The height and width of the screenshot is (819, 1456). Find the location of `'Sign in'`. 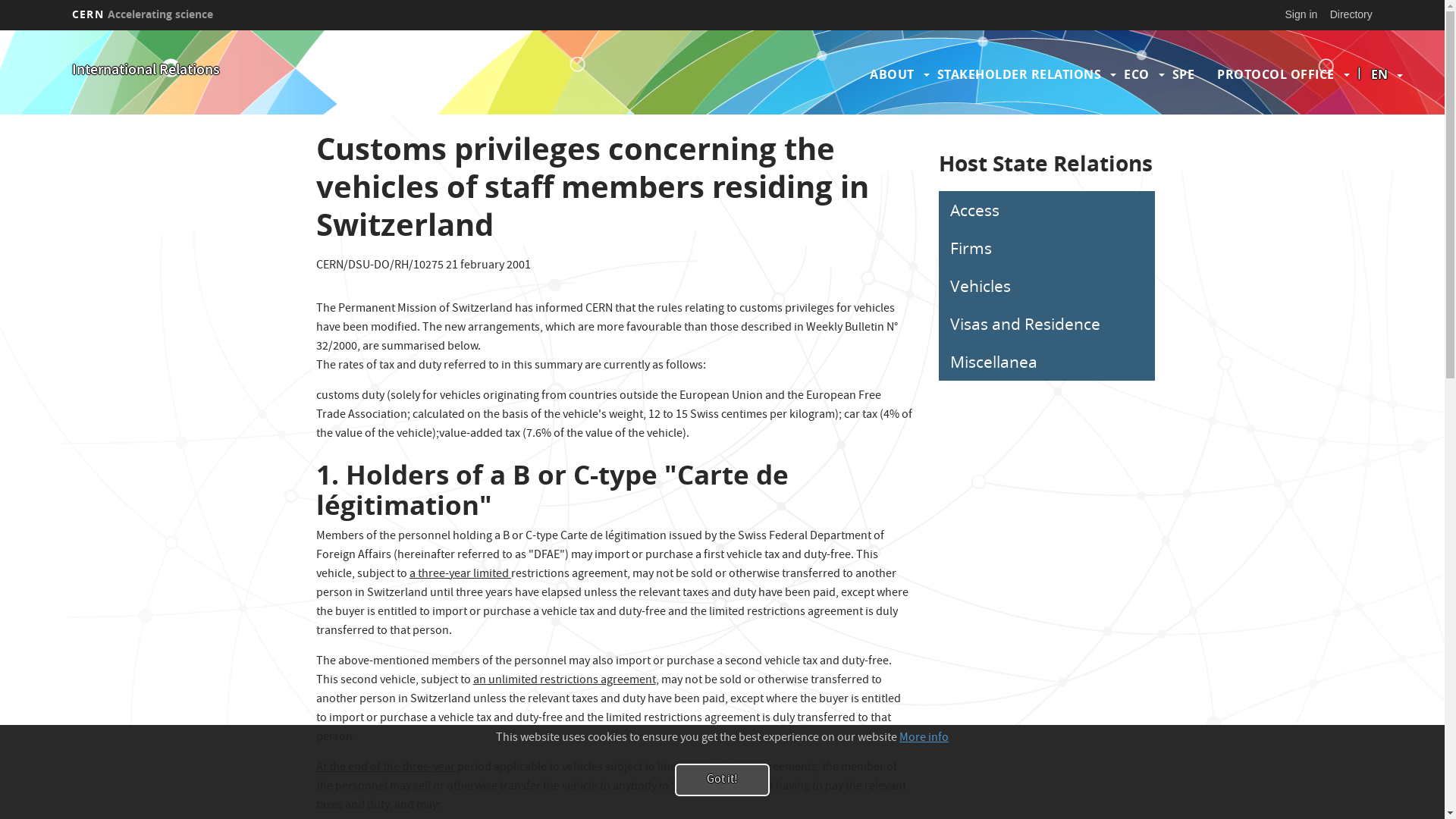

'Sign in' is located at coordinates (1301, 14).